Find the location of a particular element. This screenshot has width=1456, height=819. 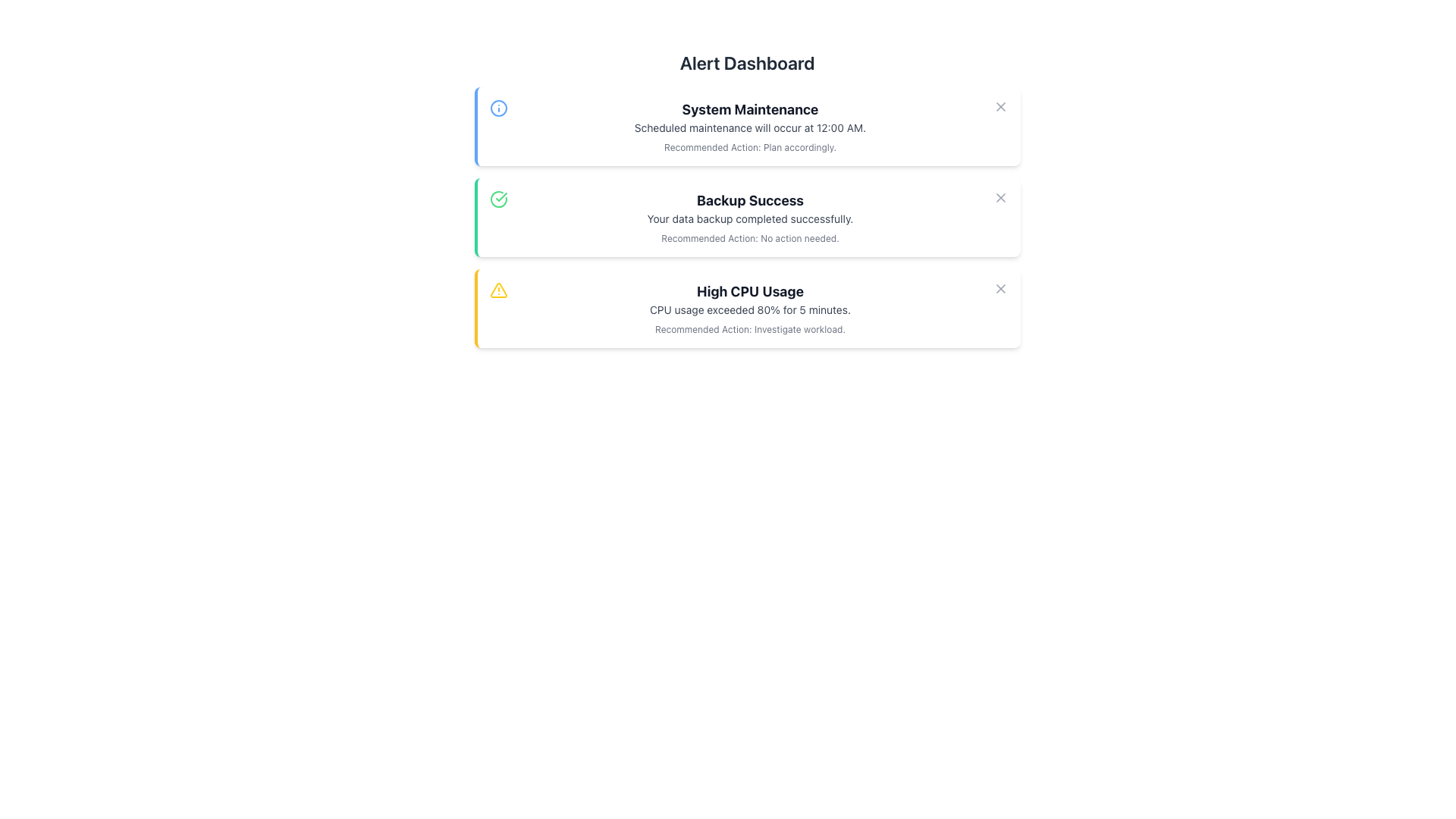

the 'X' icon in the top-right corner of the 'Backup Success' alert card is located at coordinates (1000, 197).